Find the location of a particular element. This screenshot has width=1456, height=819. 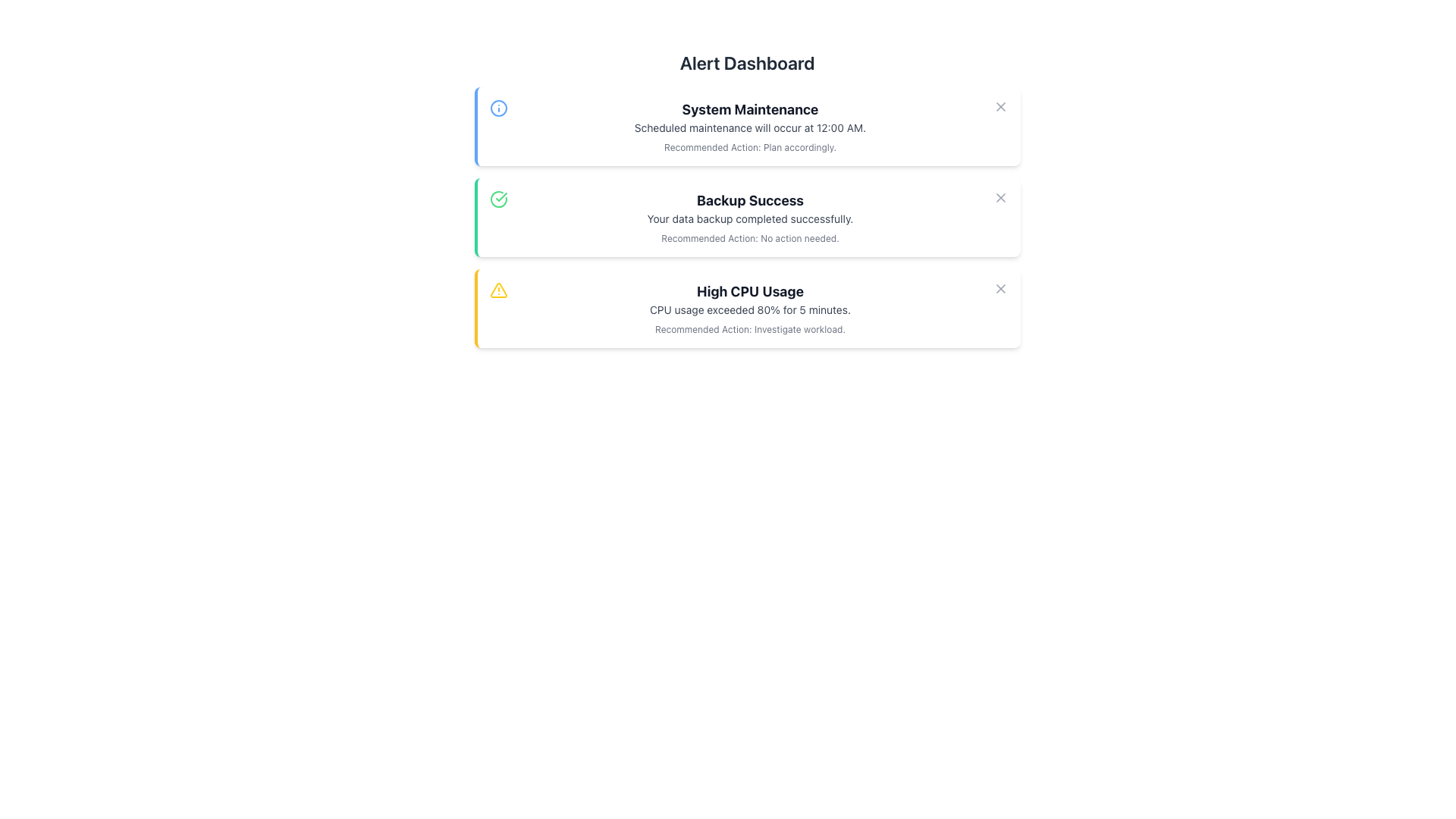

the 'X' icon in the top-right corner of the 'Backup Success' alert card is located at coordinates (1000, 197).